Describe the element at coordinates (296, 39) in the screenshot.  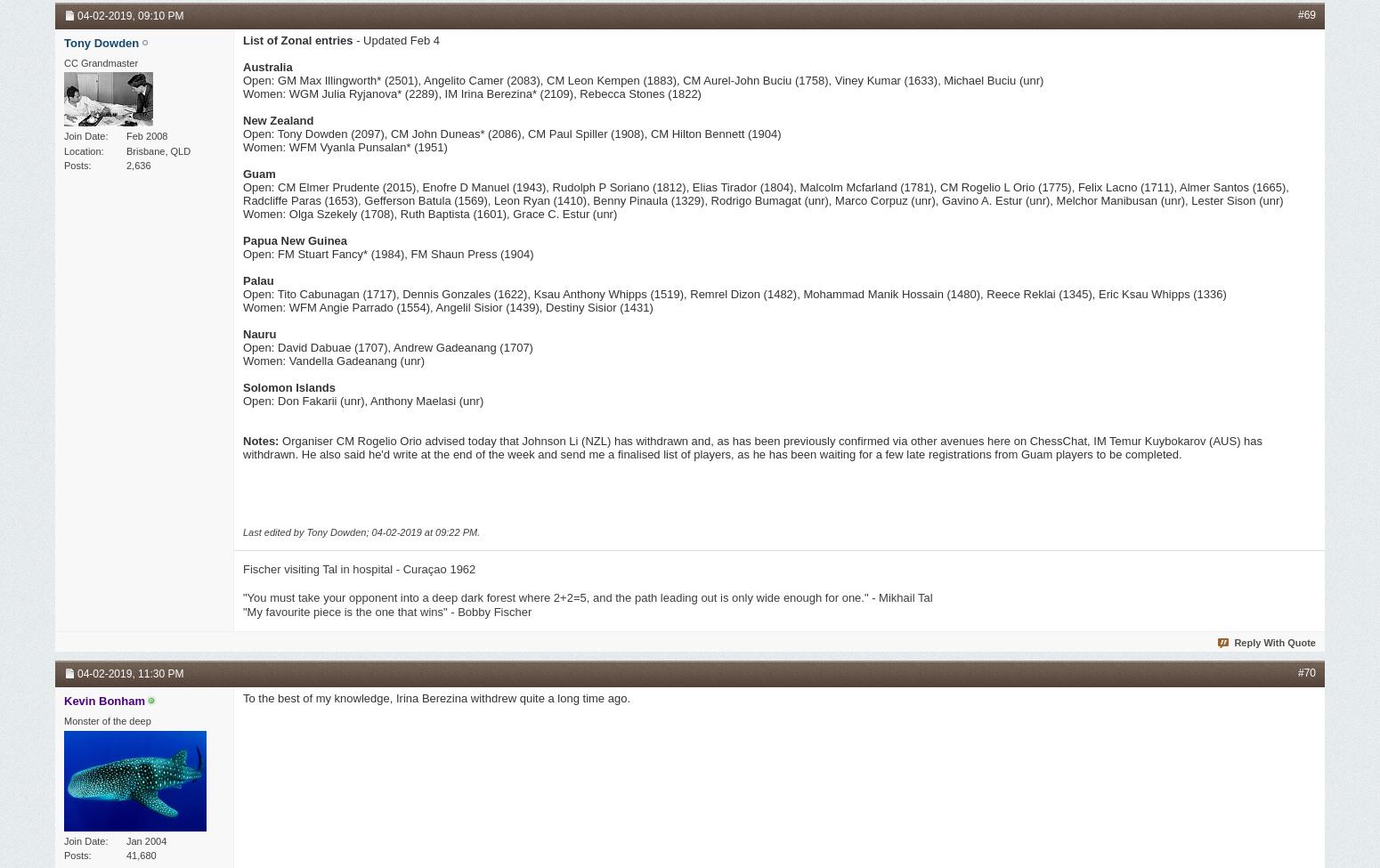
I see `'List of Zonal entries'` at that location.